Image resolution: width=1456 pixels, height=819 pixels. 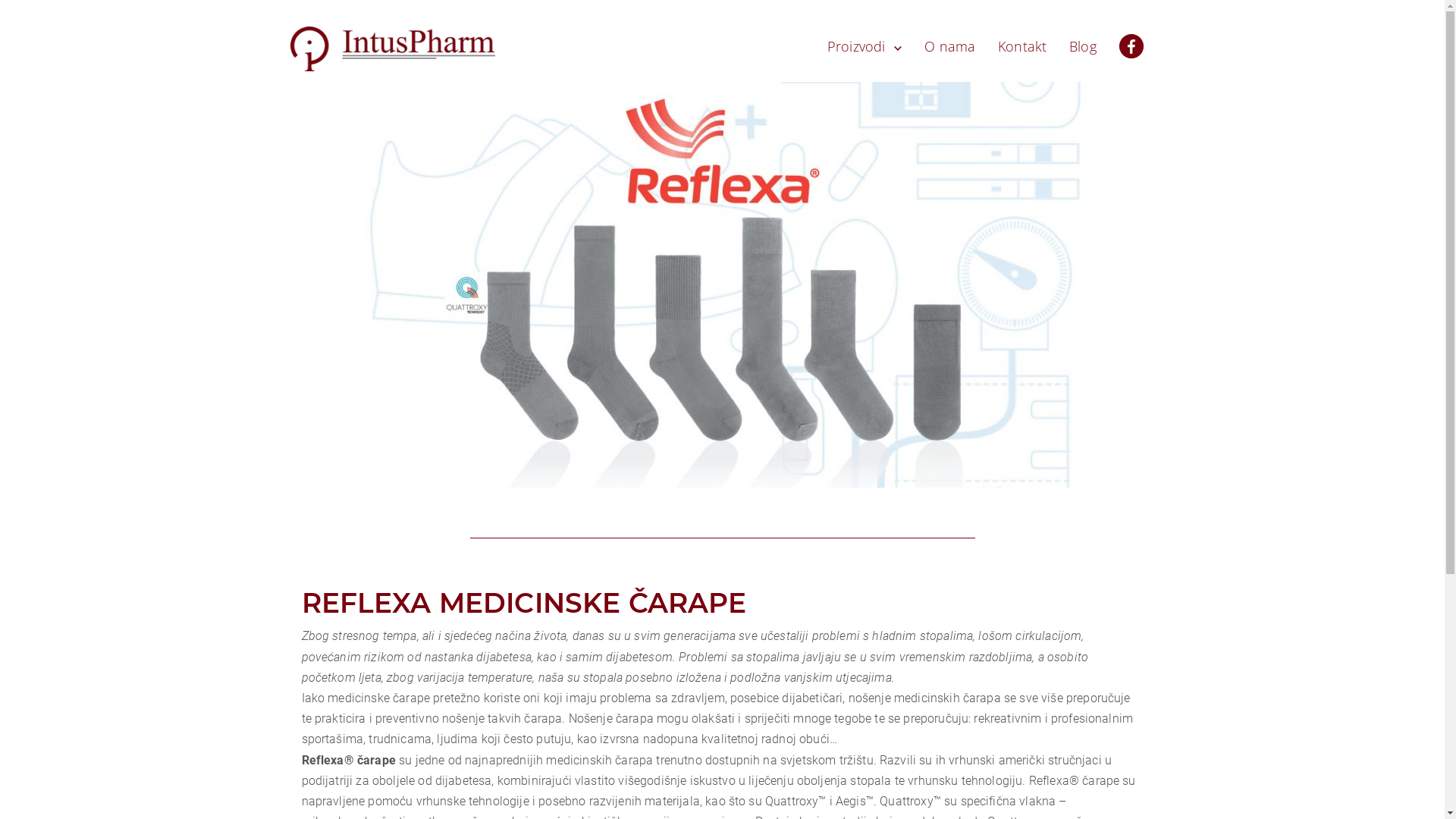 I want to click on 'Kontakt', so click(x=1022, y=45).